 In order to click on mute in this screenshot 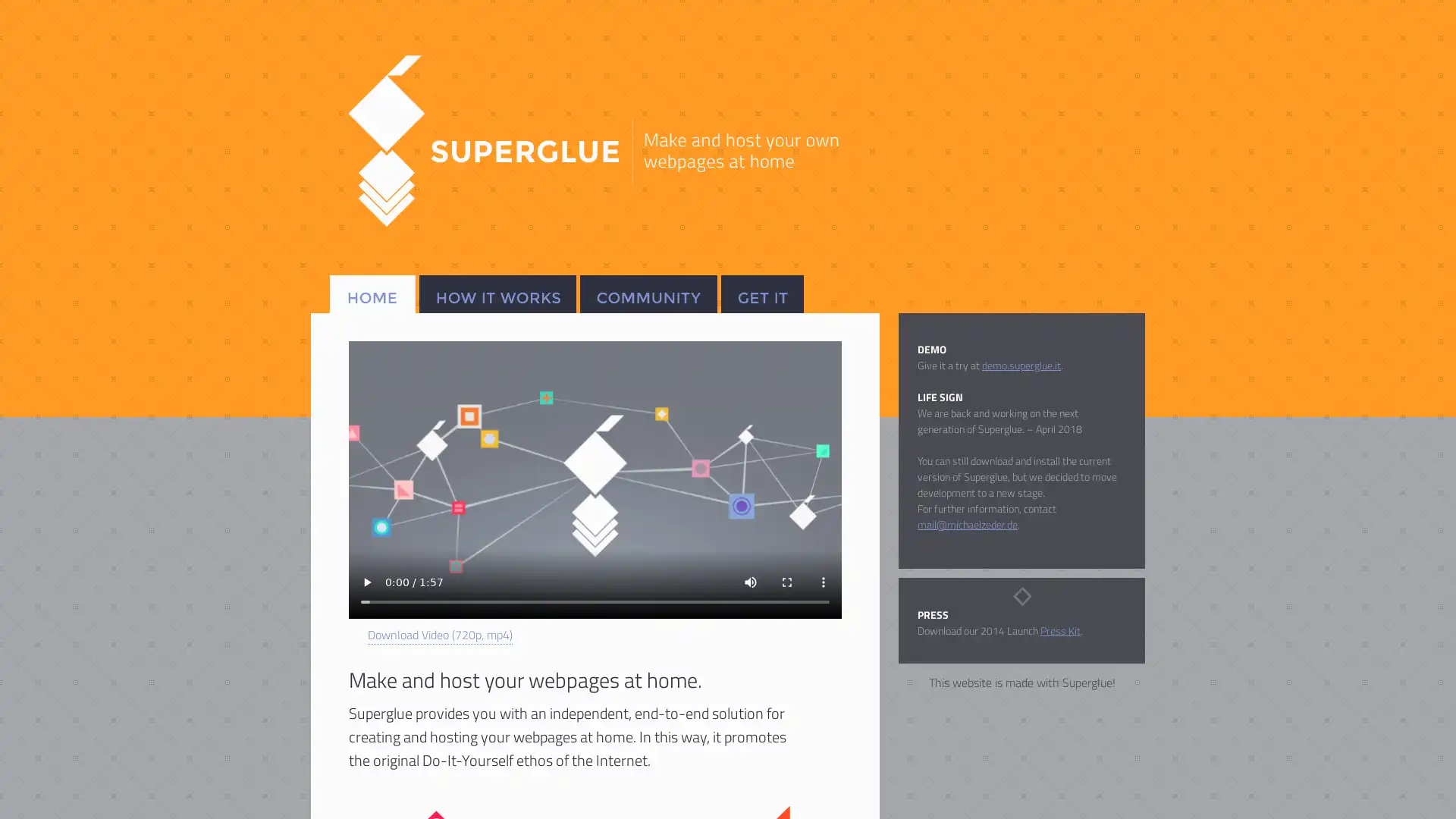, I will do `click(750, 581)`.